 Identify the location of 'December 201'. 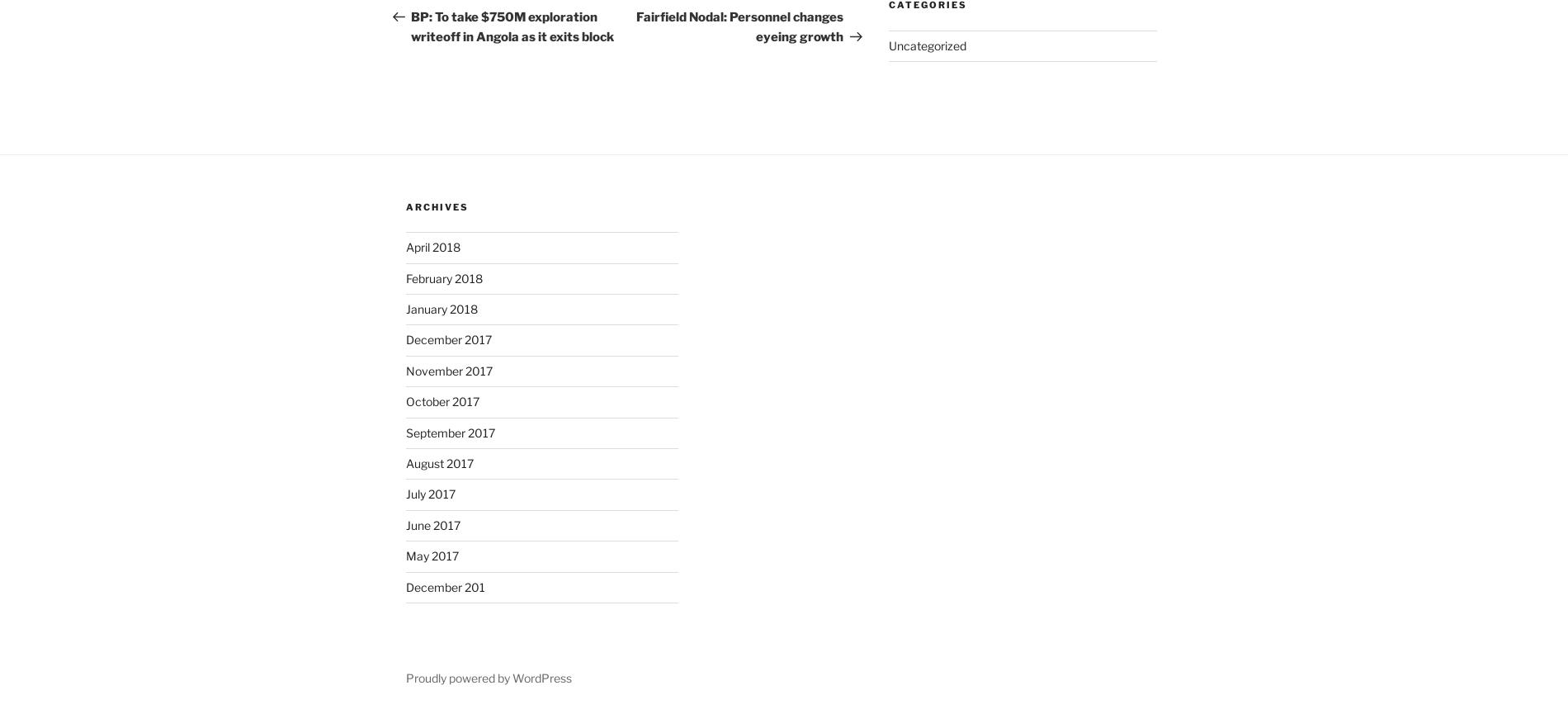
(445, 586).